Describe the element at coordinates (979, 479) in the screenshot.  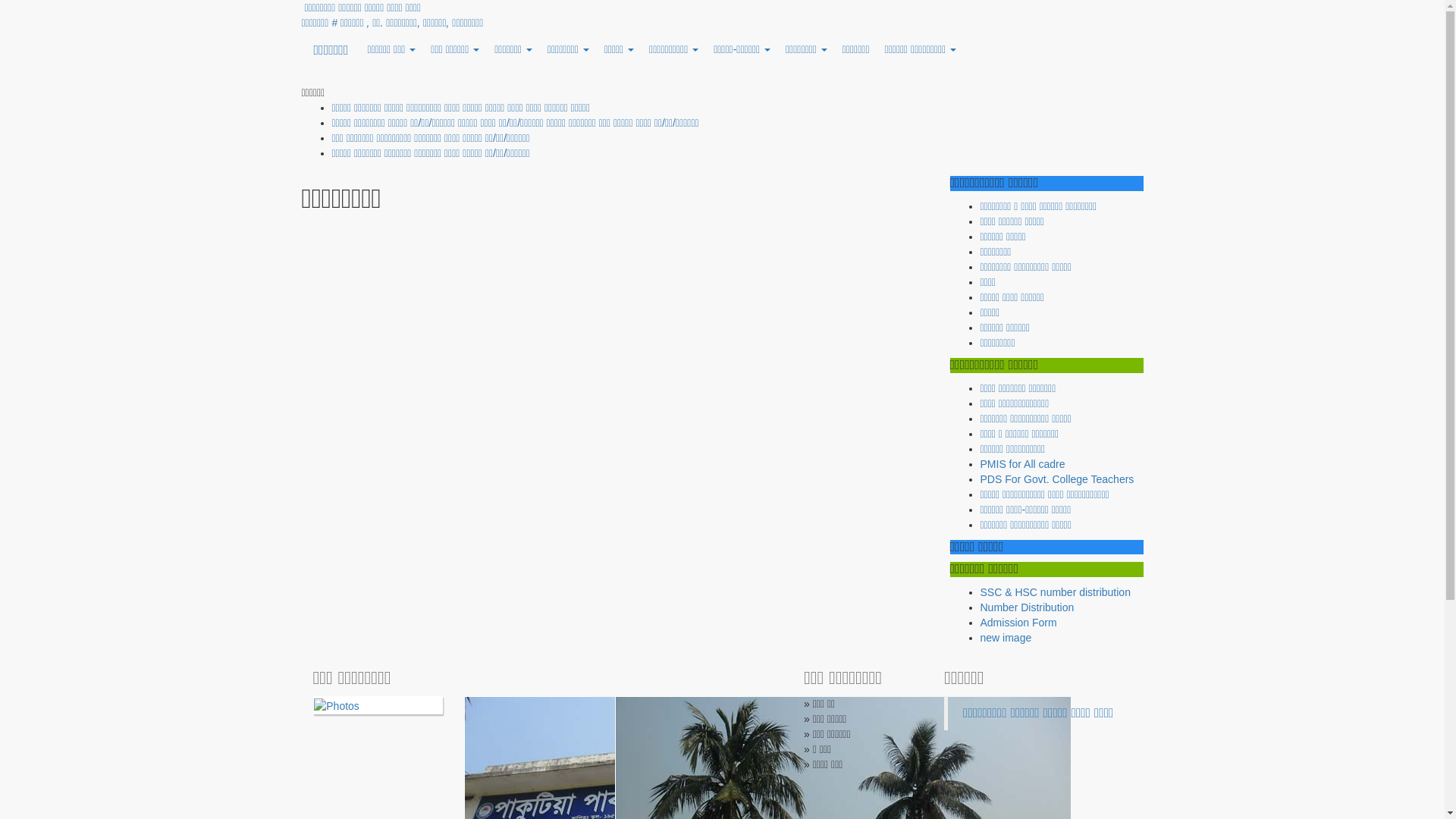
I see `'PDS For Govt. College Teachers'` at that location.